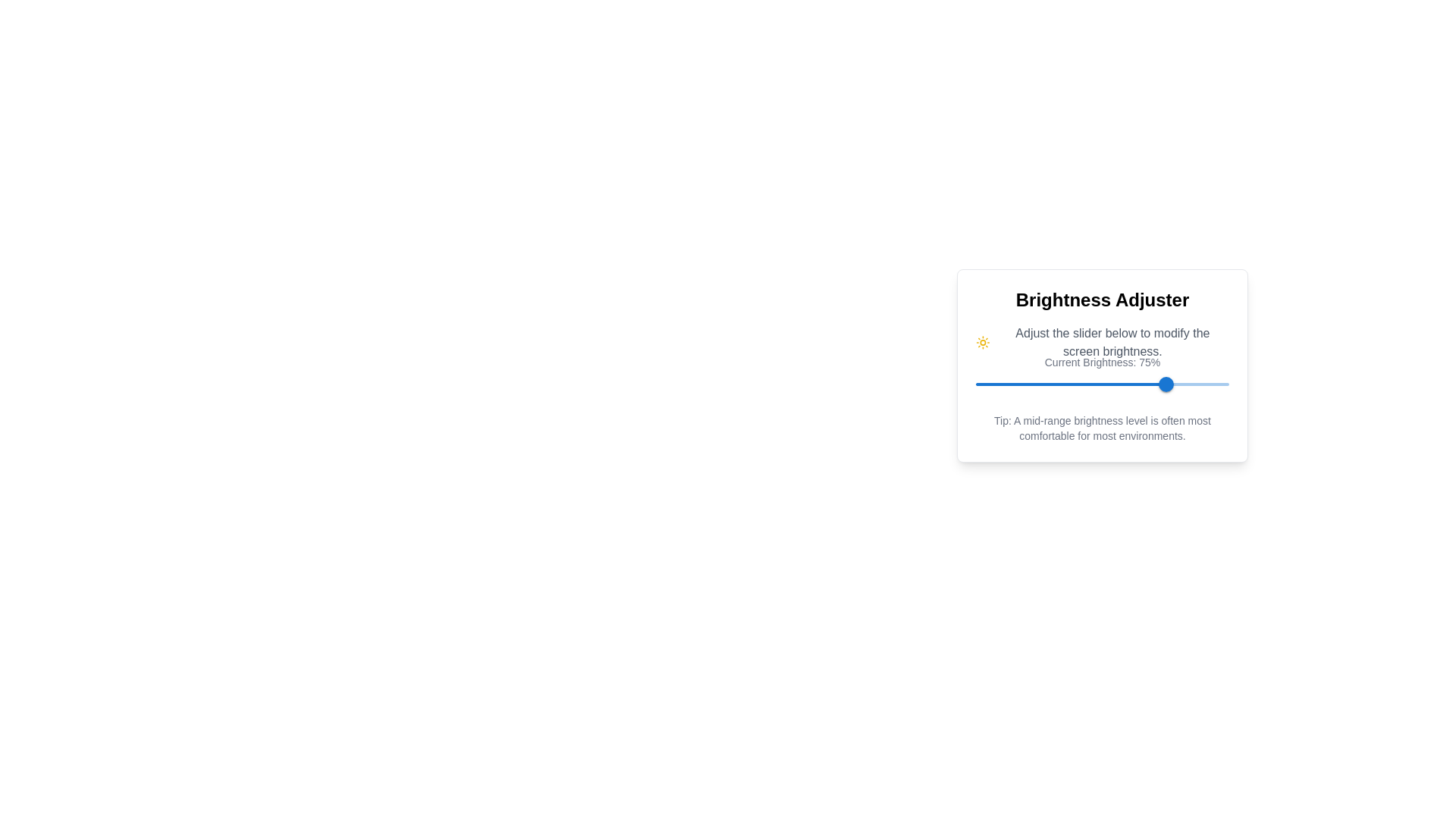 The image size is (1456, 819). Describe the element at coordinates (1021, 383) in the screenshot. I see `the brightness` at that location.